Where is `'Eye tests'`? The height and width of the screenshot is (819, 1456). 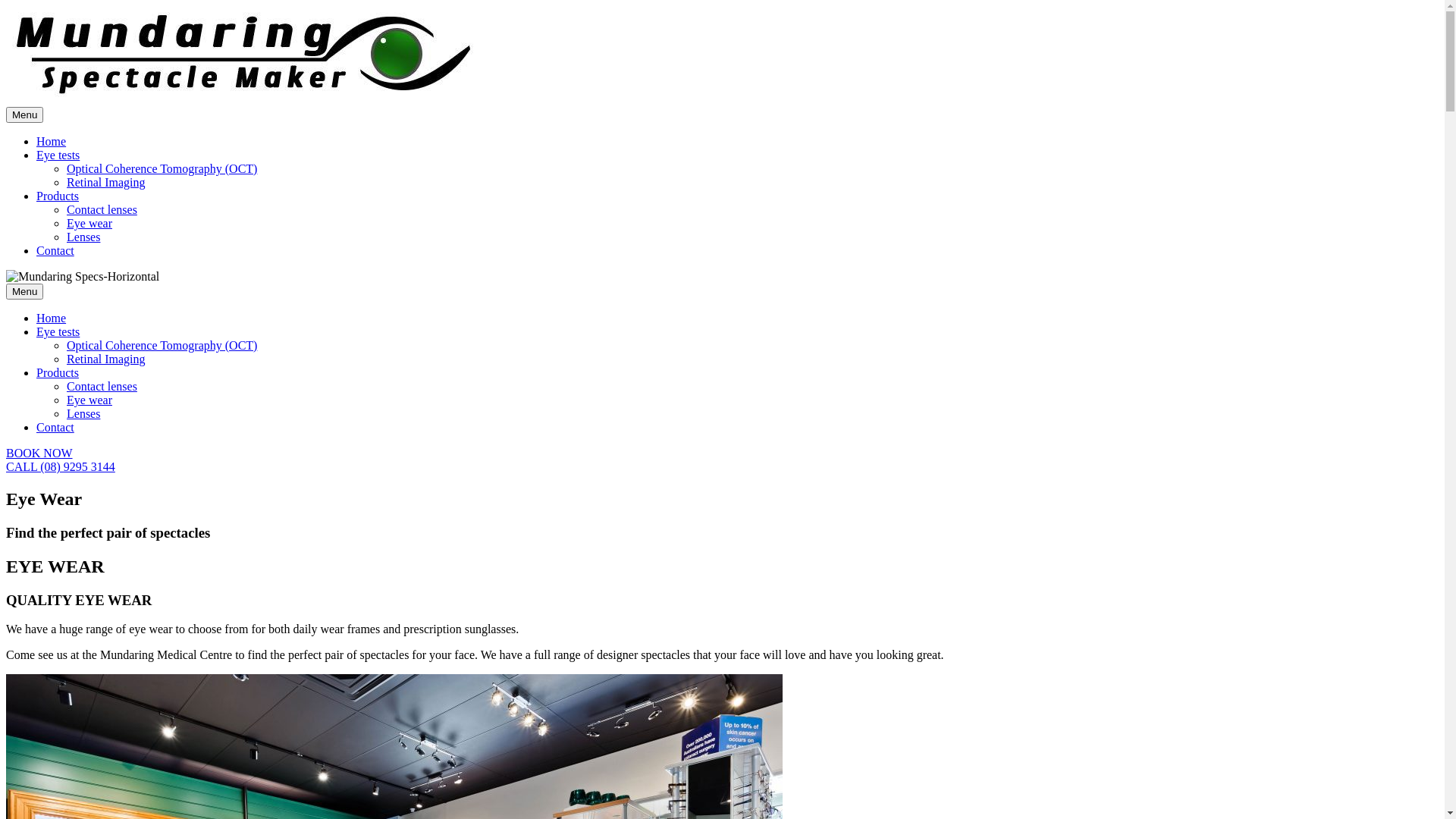
'Eye tests' is located at coordinates (58, 331).